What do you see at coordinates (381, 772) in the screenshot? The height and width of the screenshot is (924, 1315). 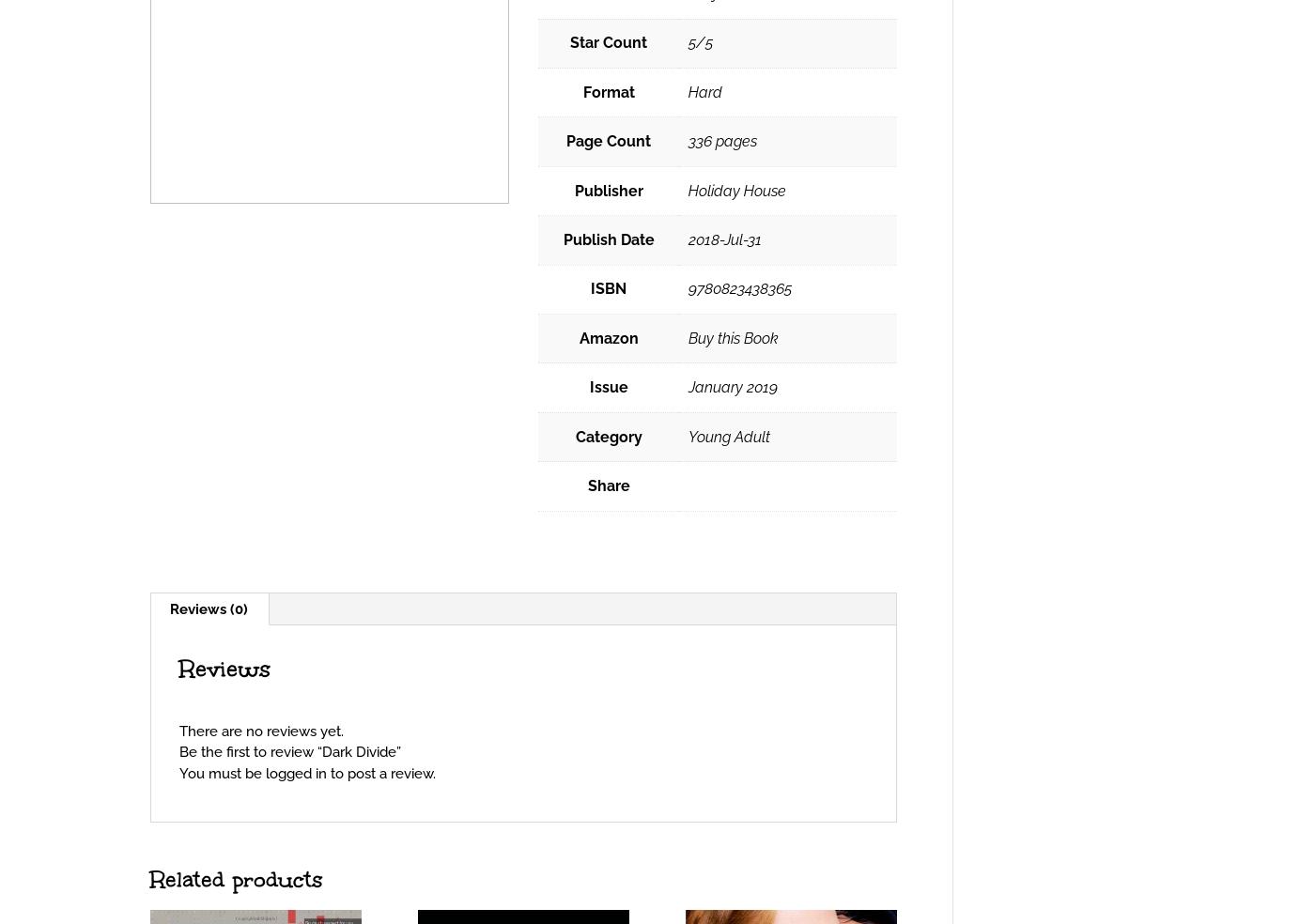 I see `'to post a review.'` at bounding box center [381, 772].